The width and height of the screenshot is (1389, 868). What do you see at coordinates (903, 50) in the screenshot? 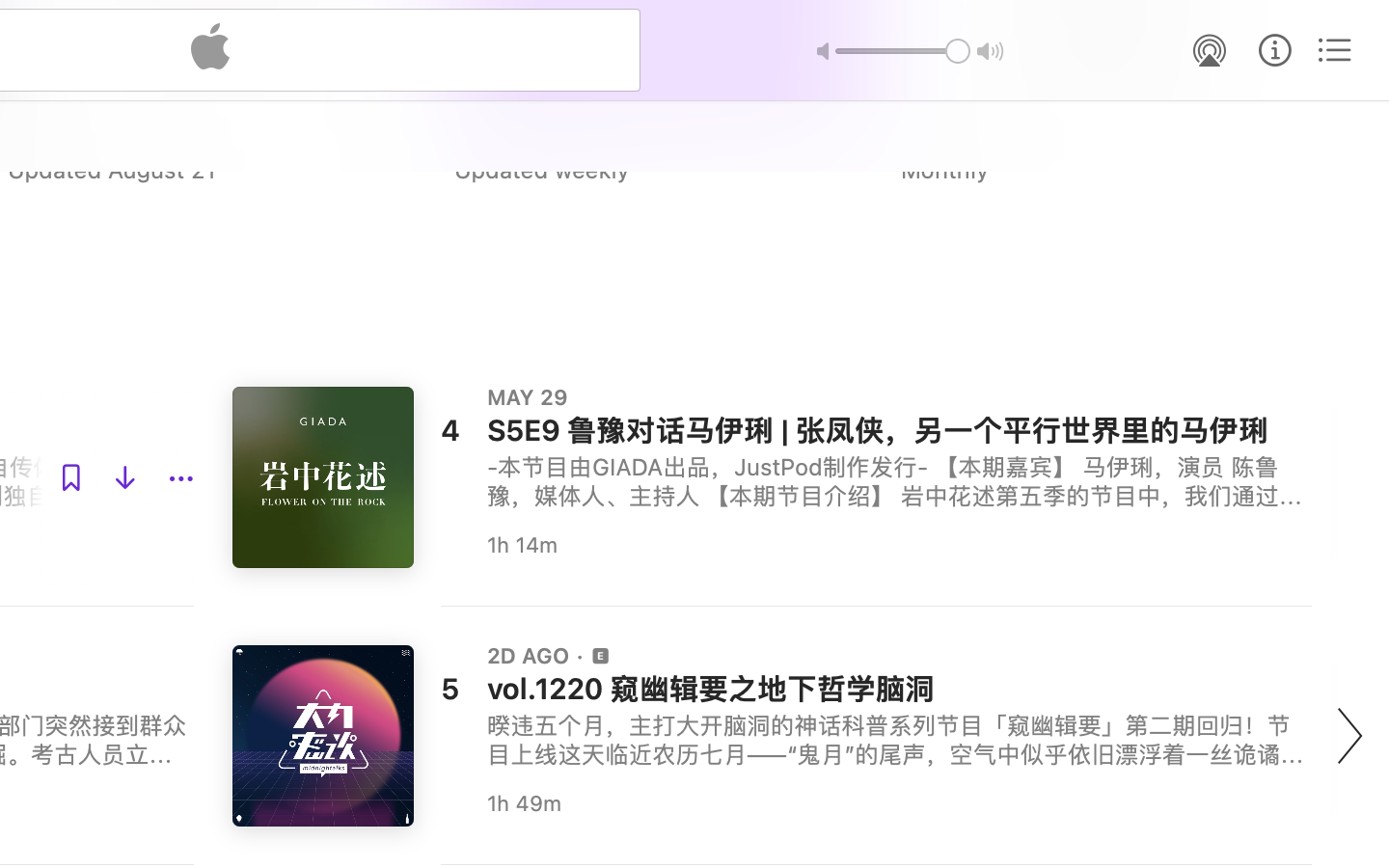
I see `'1.0'` at bounding box center [903, 50].